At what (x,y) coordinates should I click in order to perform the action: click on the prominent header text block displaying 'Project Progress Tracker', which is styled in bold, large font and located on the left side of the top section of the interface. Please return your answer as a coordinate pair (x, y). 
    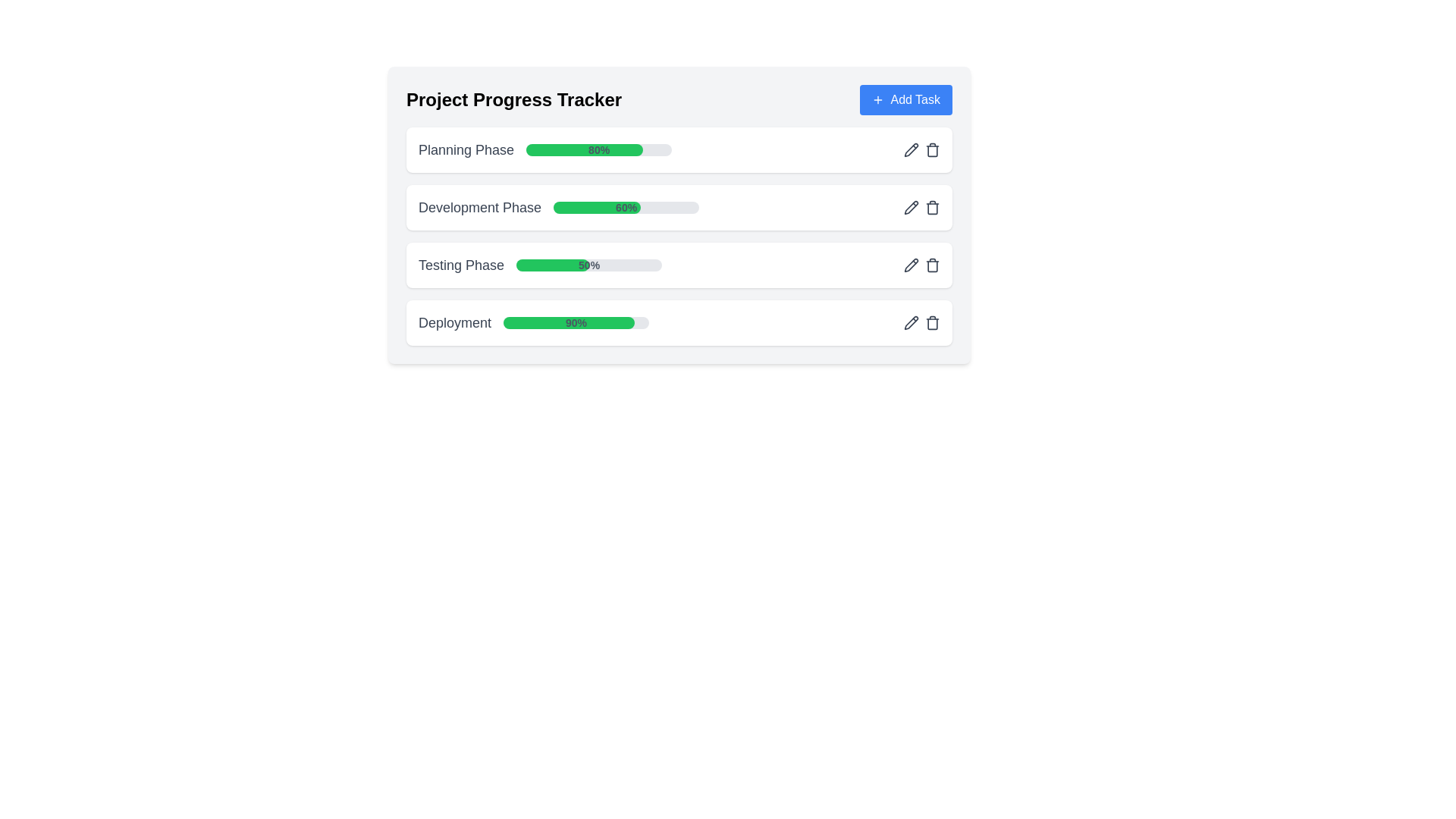
    Looking at the image, I should click on (514, 99).